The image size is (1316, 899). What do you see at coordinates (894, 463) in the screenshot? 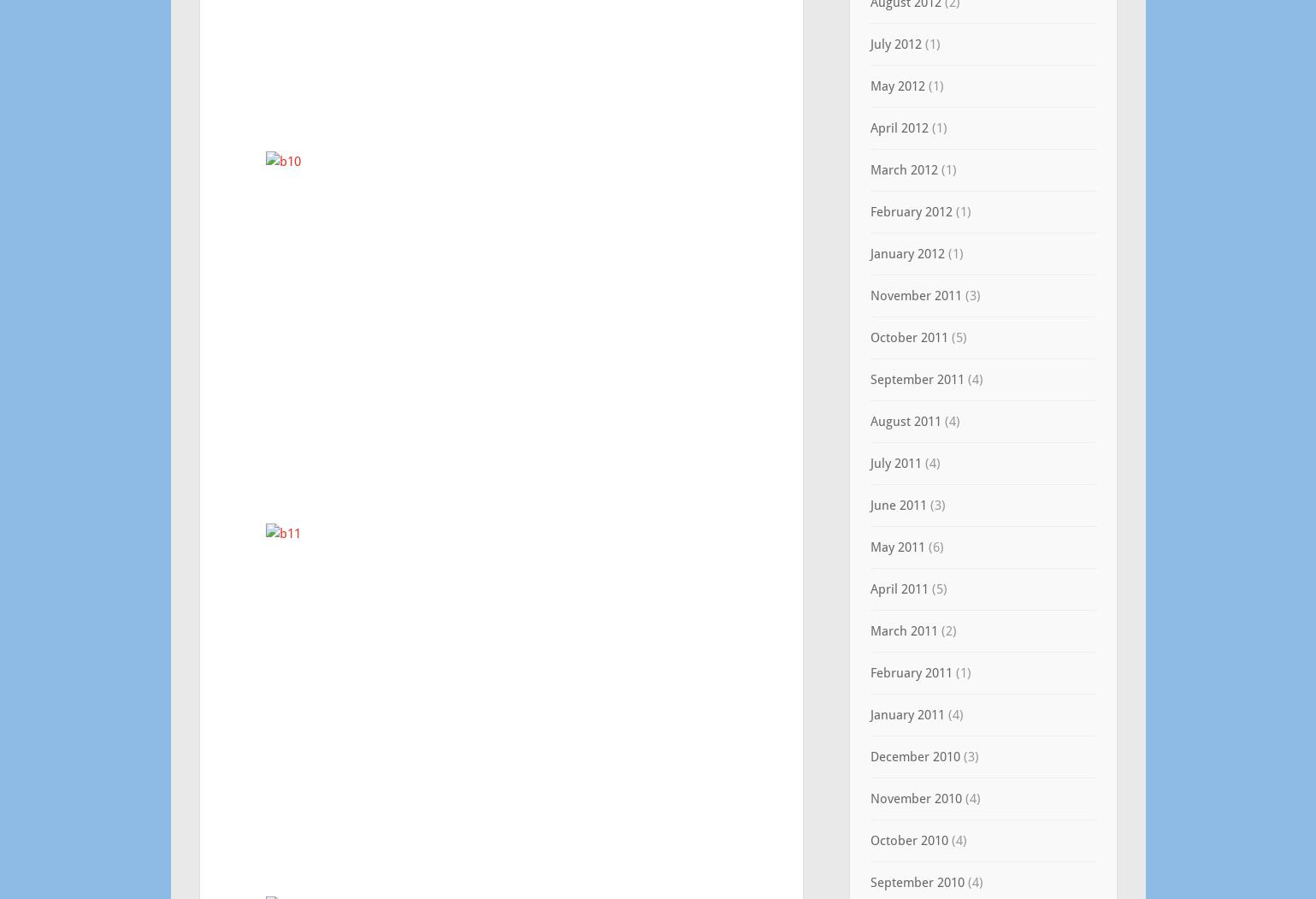
I see `'July 2011'` at bounding box center [894, 463].